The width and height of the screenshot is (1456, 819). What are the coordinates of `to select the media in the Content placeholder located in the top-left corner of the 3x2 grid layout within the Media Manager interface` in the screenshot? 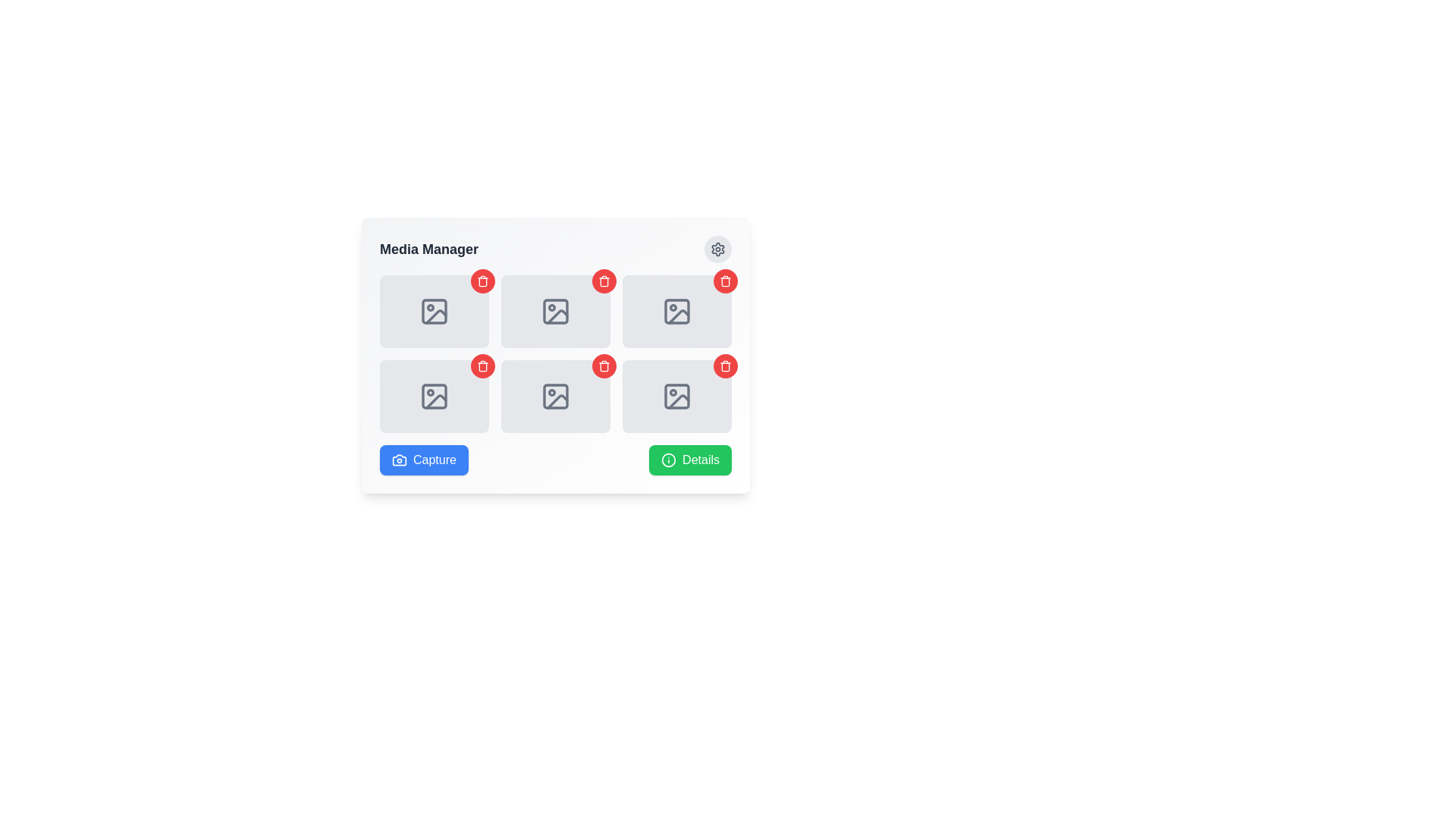 It's located at (433, 311).